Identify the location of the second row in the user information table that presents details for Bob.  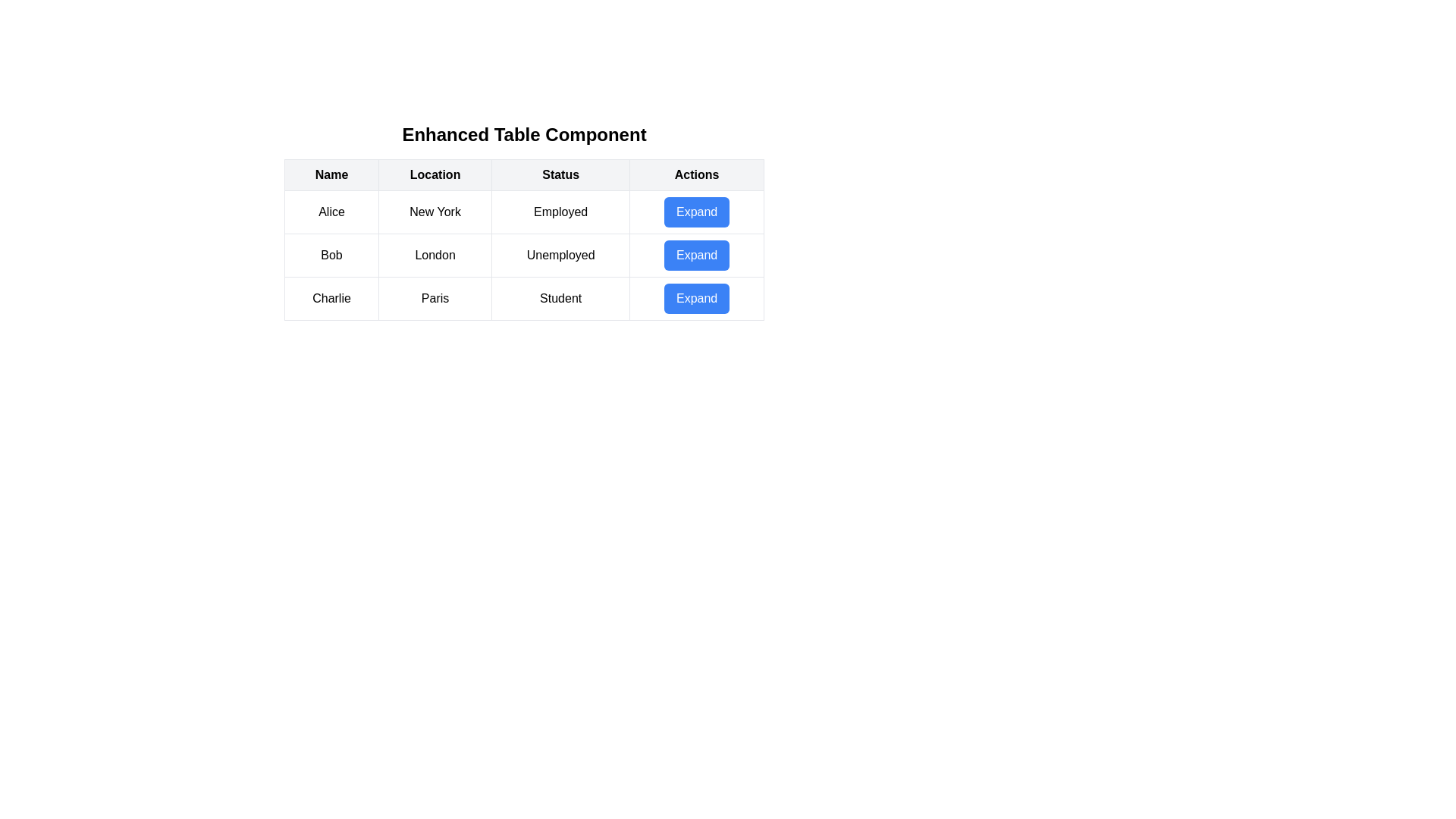
(524, 254).